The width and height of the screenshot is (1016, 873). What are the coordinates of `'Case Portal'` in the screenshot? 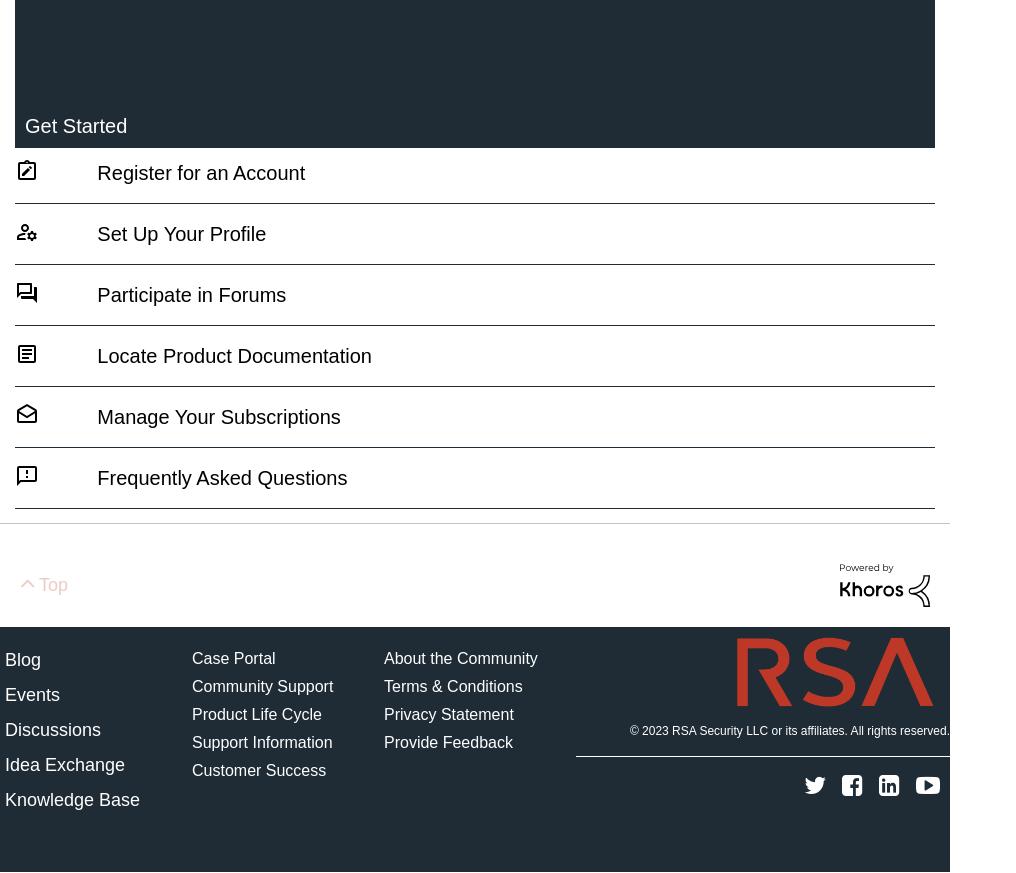 It's located at (233, 657).